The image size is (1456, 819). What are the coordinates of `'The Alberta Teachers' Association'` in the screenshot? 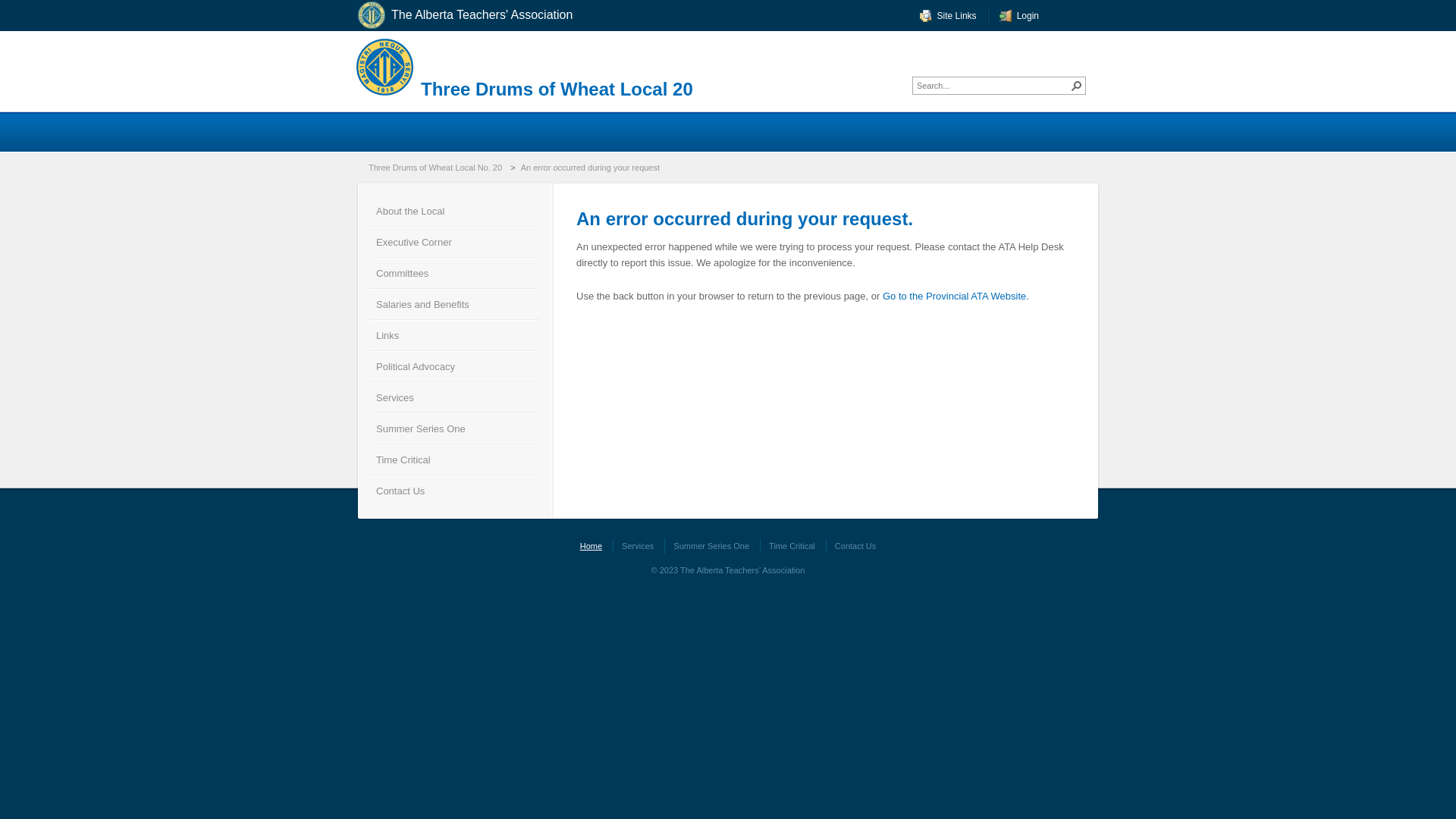 It's located at (475, 15).